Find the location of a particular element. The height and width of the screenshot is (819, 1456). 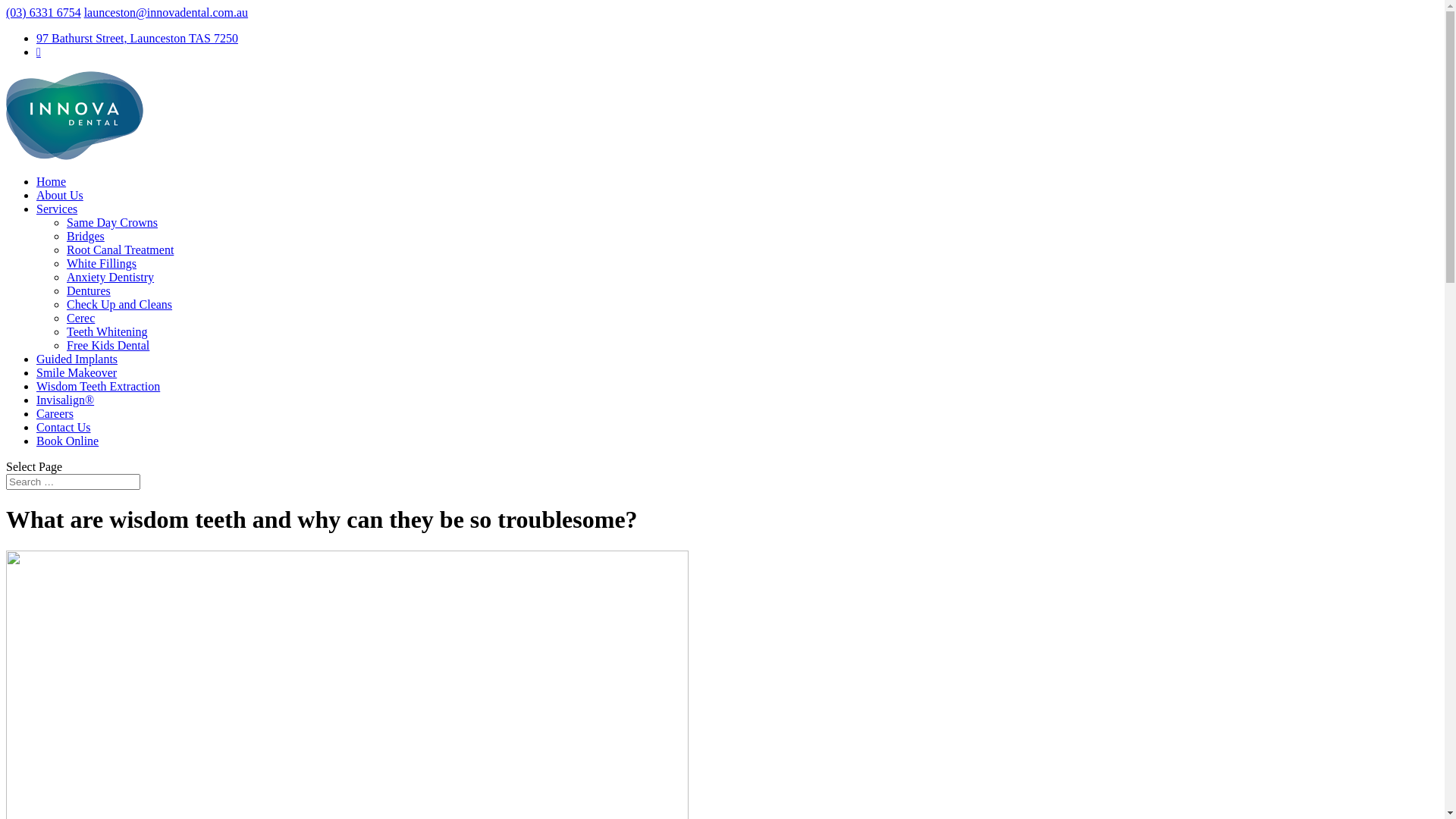

'launceston@innovadental.com.au' is located at coordinates (166, 12).